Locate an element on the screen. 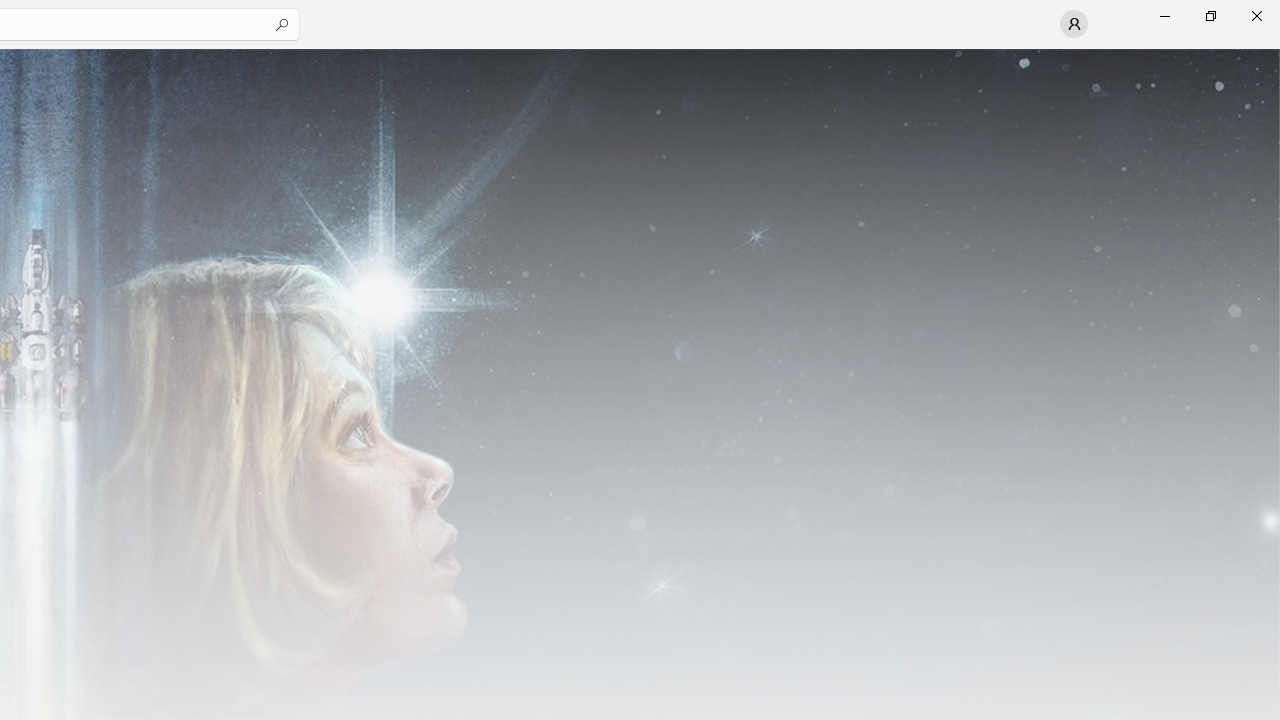  'User profile' is located at coordinates (1072, 24).